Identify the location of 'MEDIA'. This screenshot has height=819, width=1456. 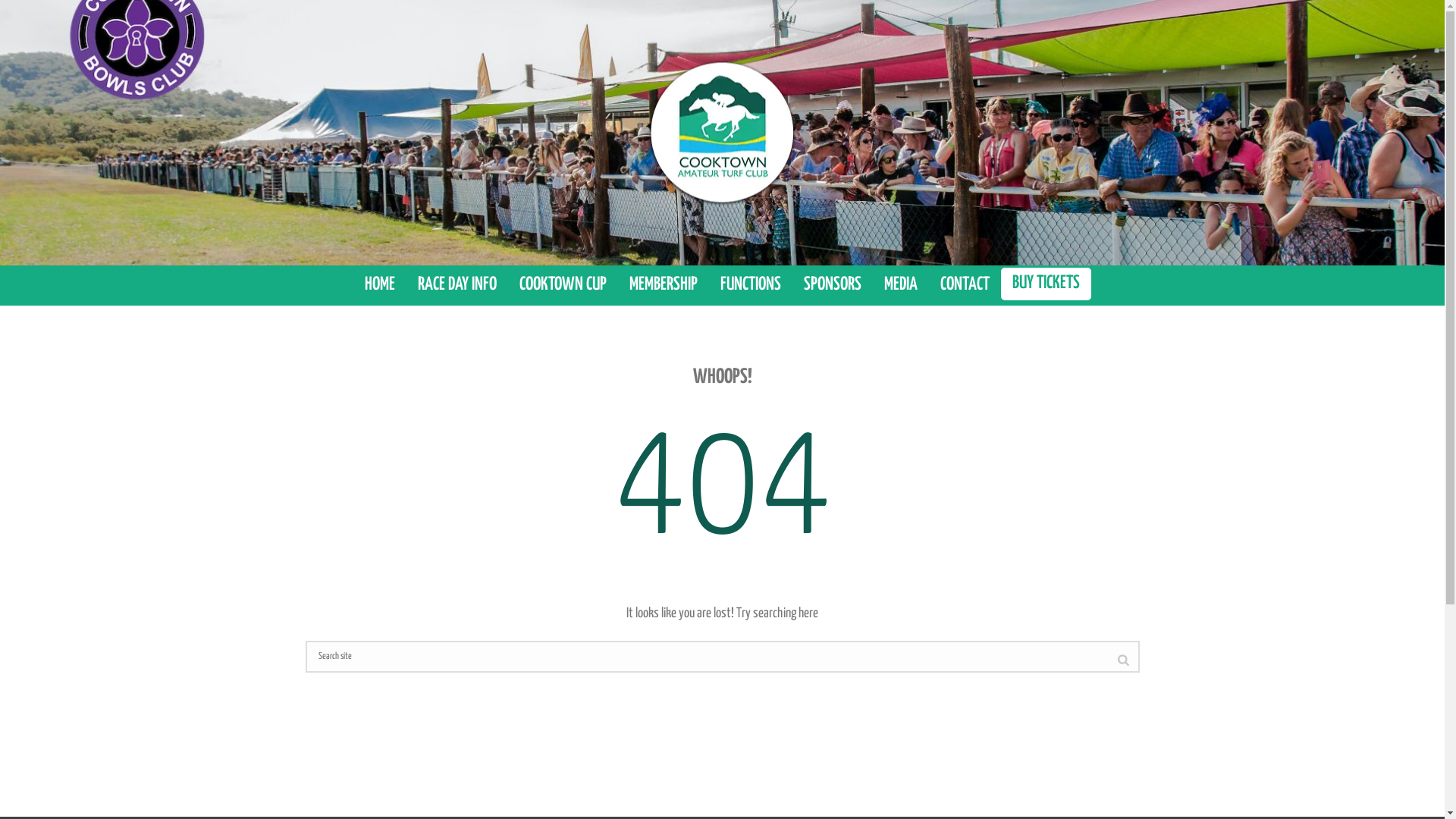
(901, 285).